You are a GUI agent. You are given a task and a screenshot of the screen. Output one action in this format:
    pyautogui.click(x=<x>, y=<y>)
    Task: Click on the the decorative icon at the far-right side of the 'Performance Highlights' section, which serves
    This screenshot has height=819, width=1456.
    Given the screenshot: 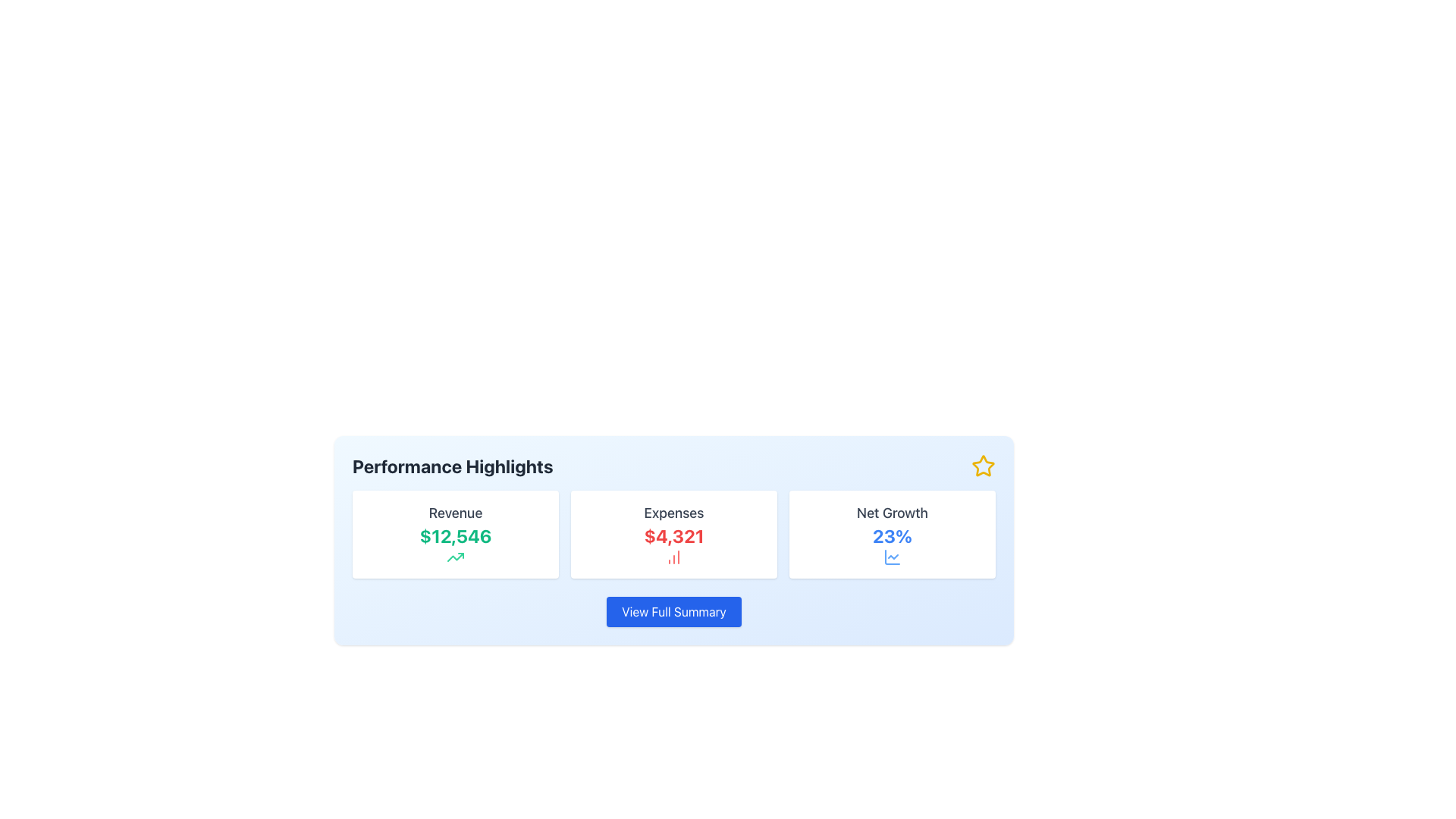 What is the action you would take?
    pyautogui.click(x=983, y=465)
    